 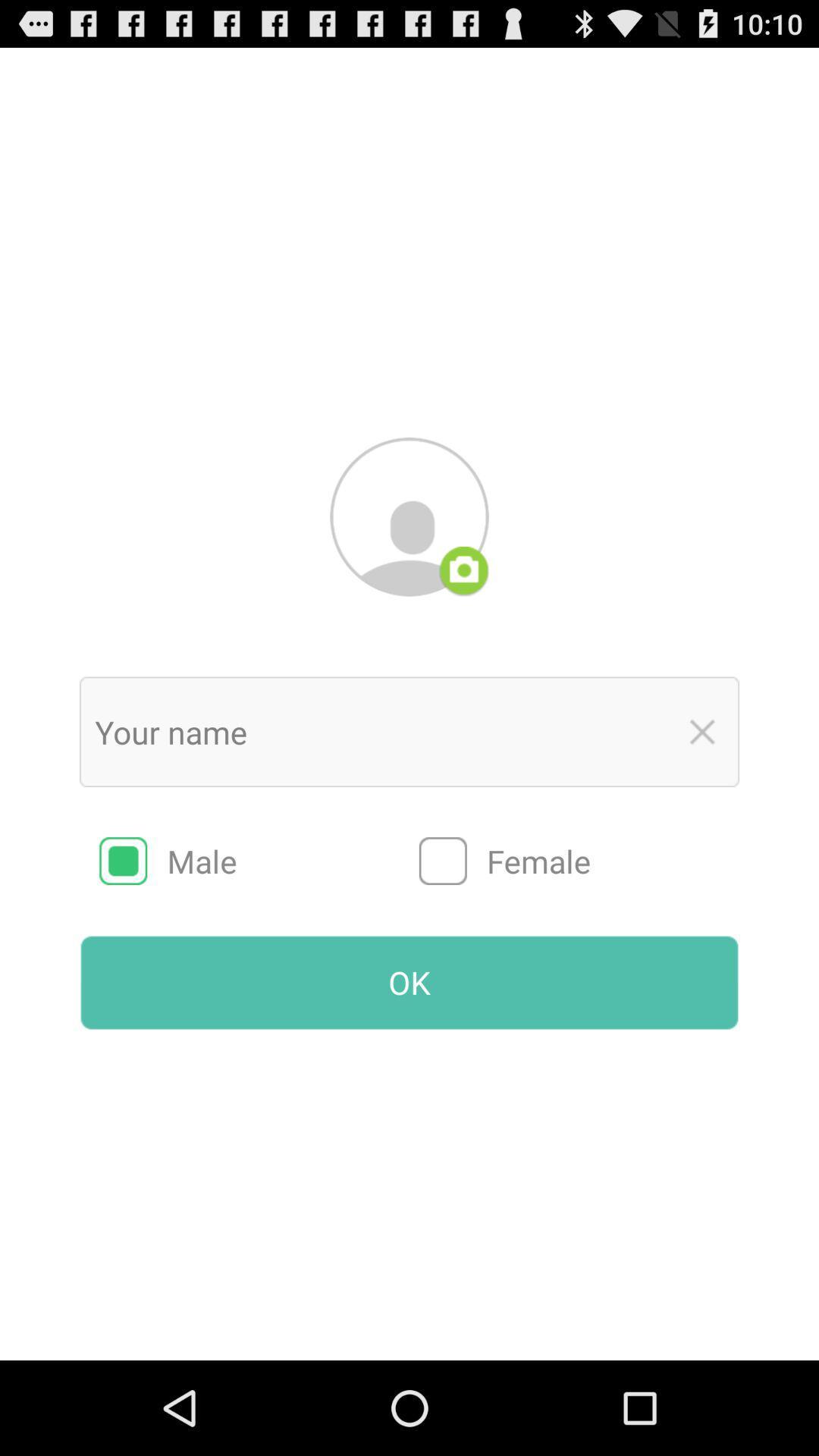 I want to click on name, so click(x=376, y=732).